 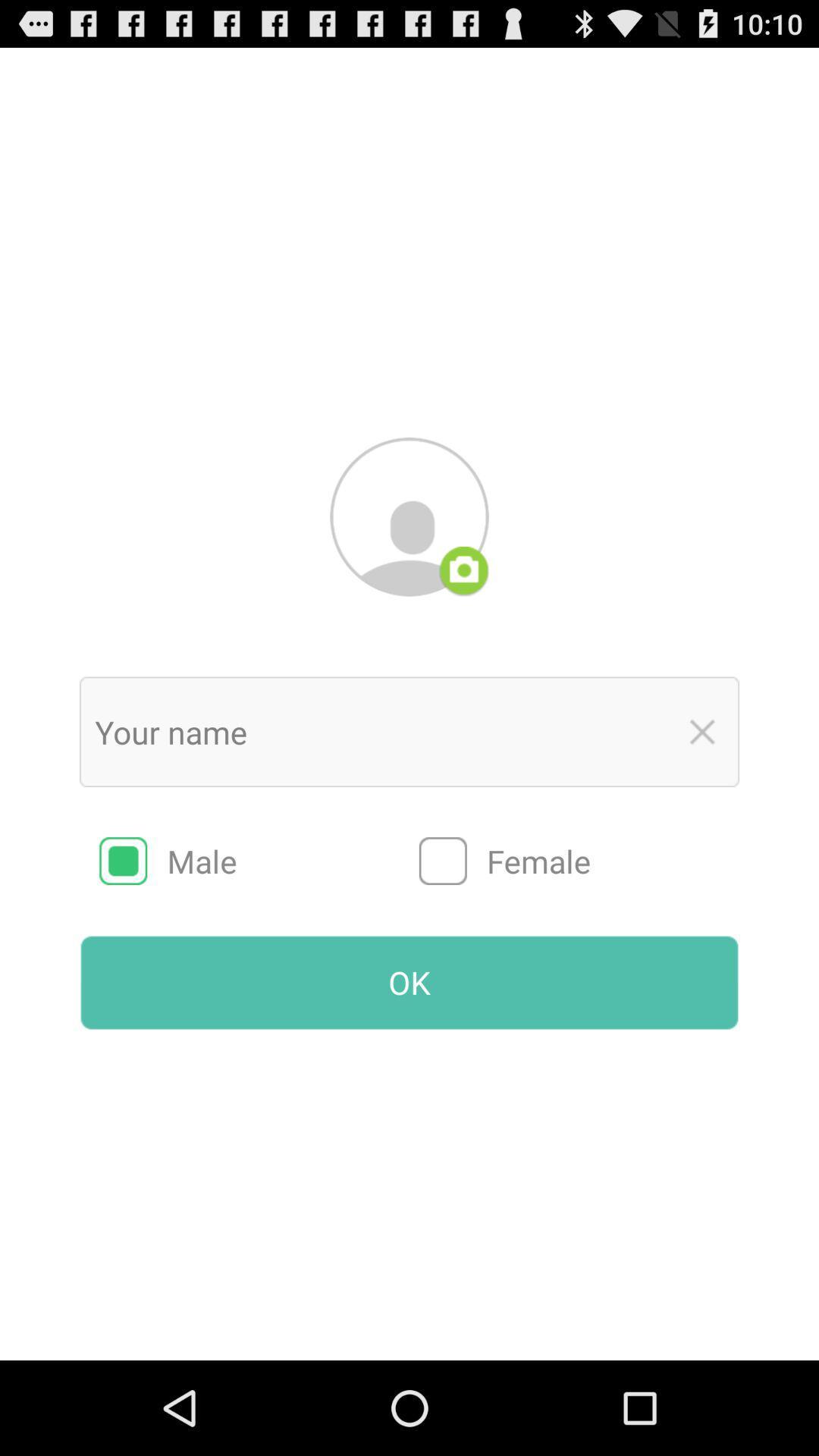 I want to click on name, so click(x=376, y=732).